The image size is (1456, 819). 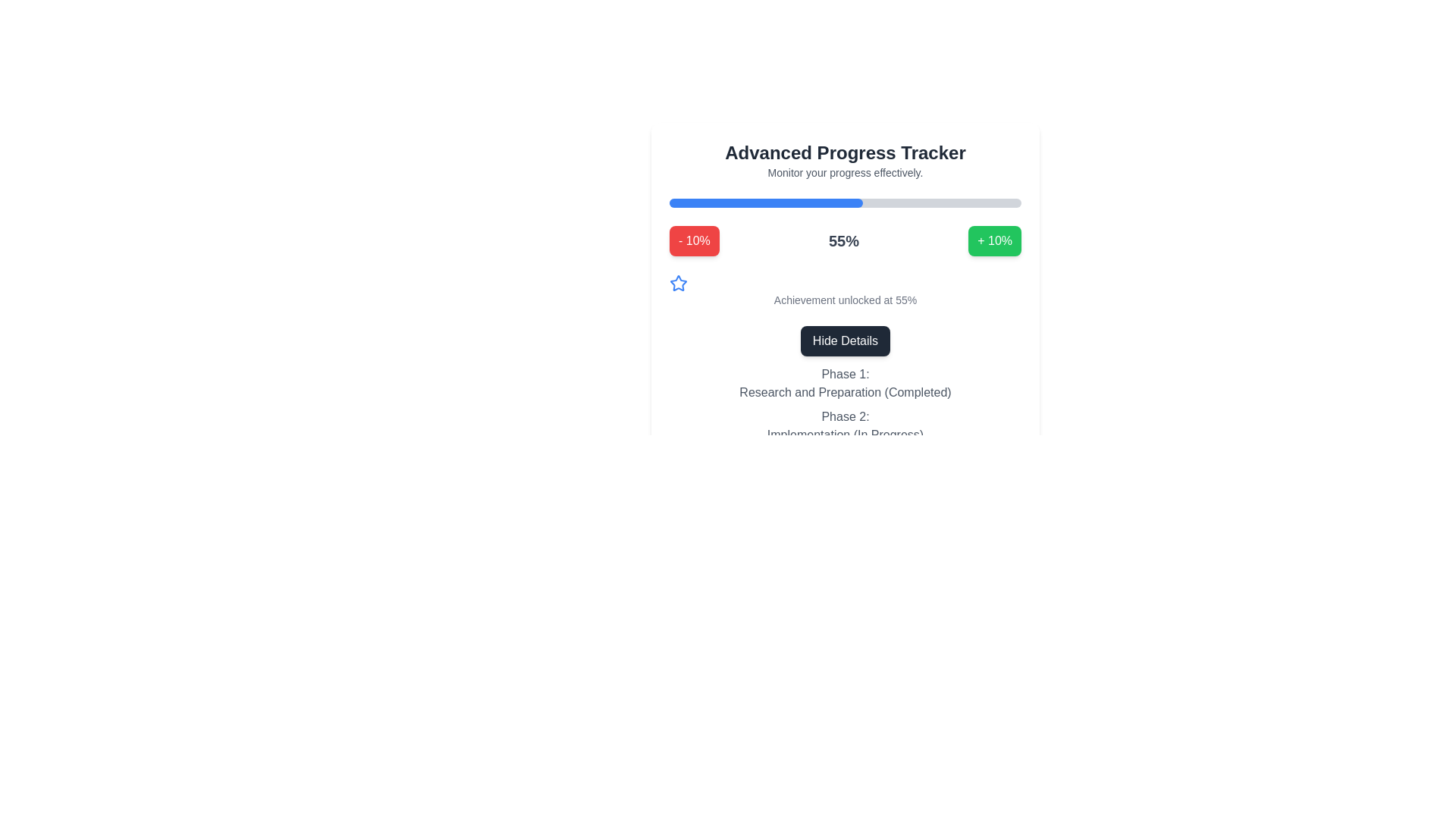 I want to click on the text display that shows 'Research and Preparation (Completed)' located beneath the 'Phase 1:' label in the progress tracker, so click(x=844, y=391).